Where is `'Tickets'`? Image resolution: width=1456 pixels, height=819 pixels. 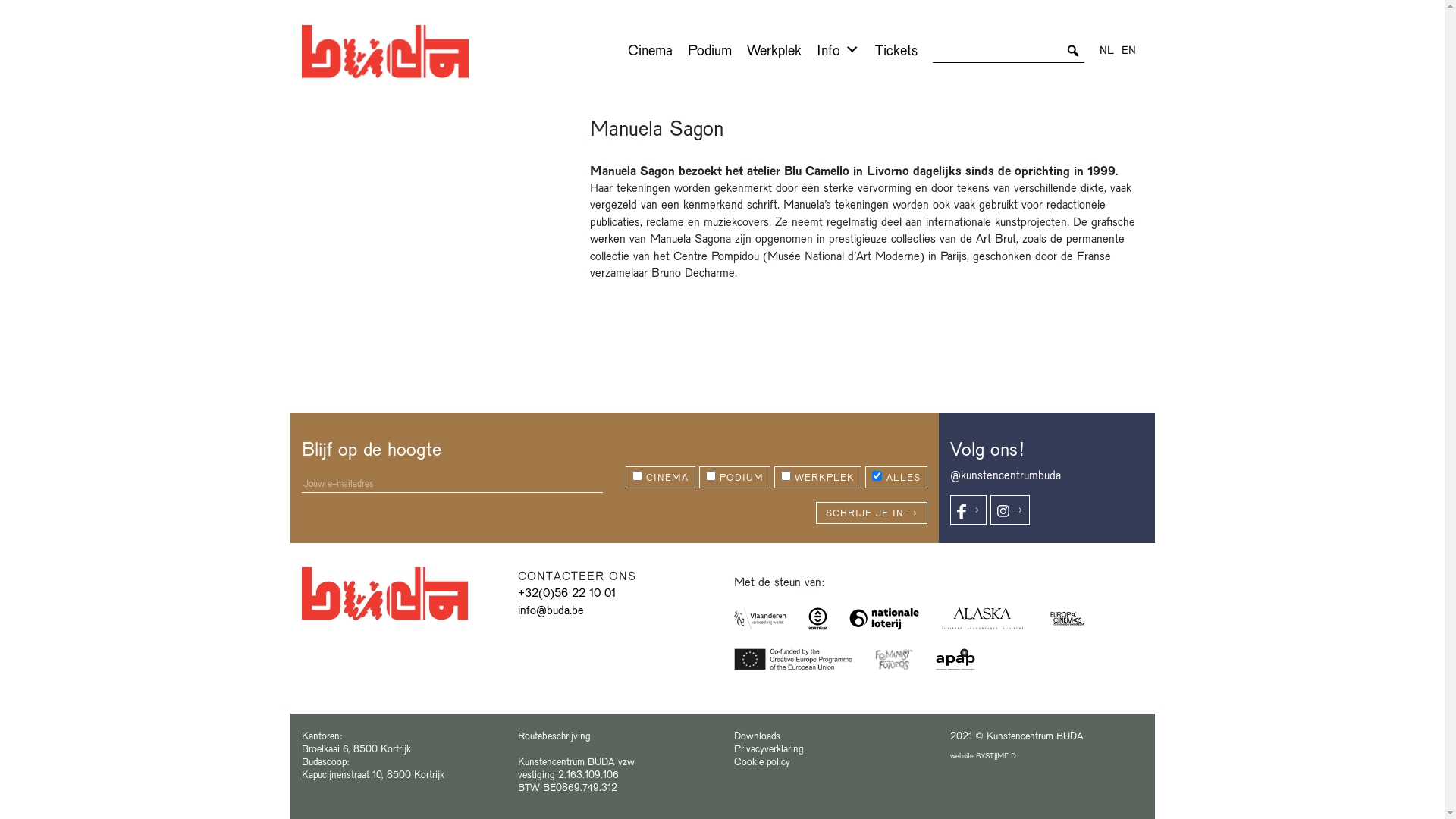 'Tickets' is located at coordinates (896, 49).